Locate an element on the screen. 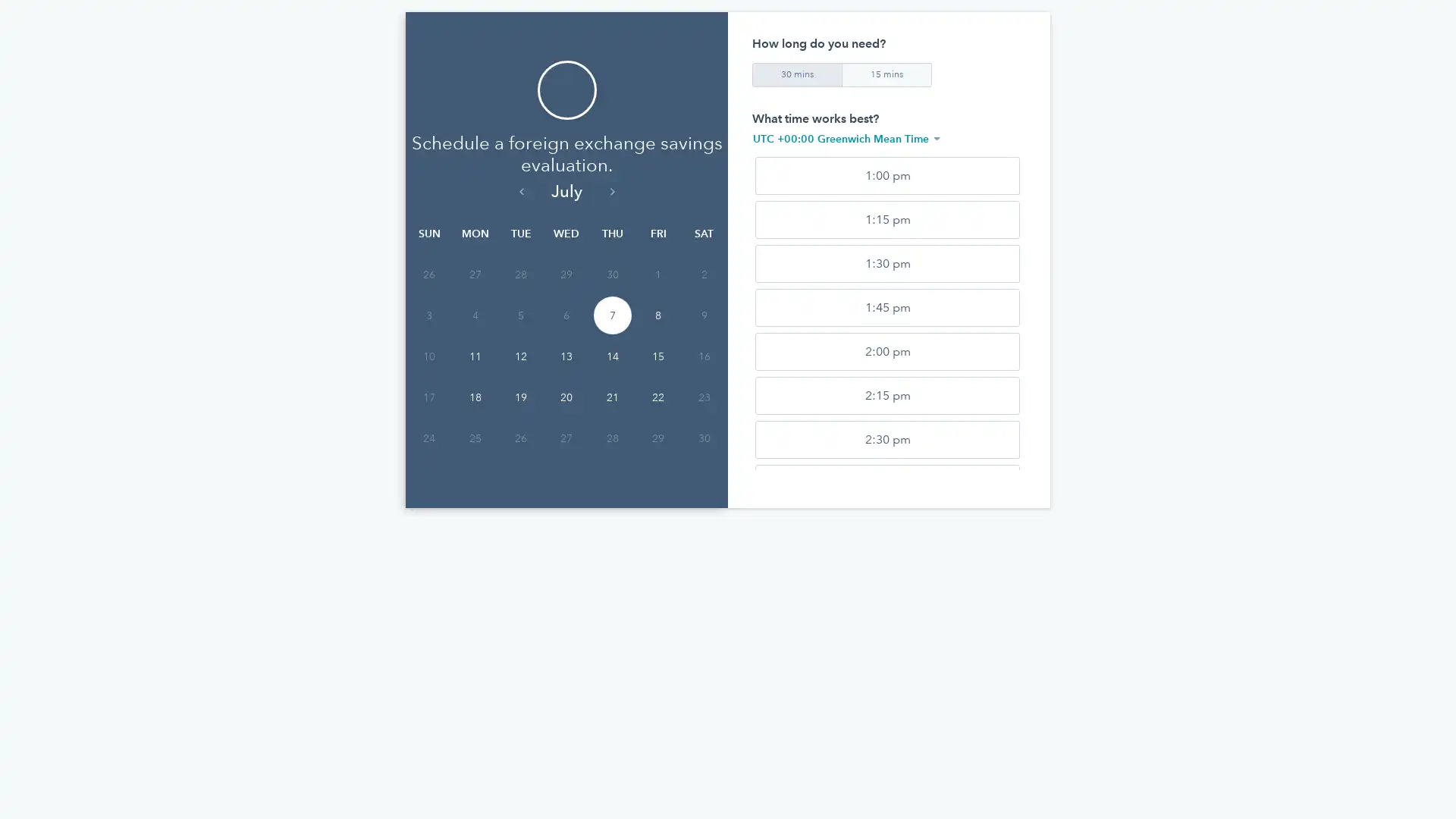 The width and height of the screenshot is (1456, 819). July 3rd is located at coordinates (428, 315).